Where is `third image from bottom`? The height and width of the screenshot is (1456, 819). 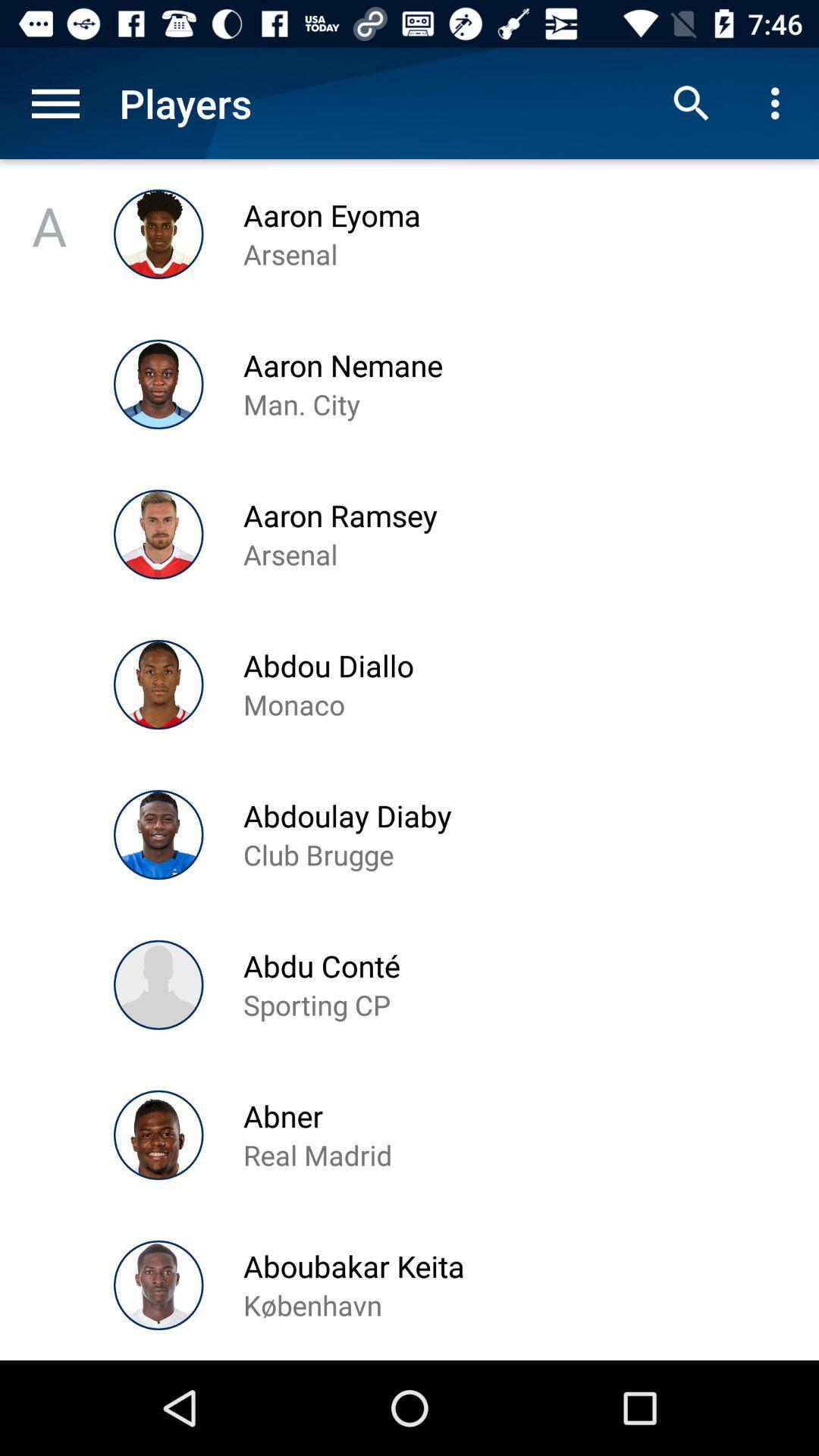 third image from bottom is located at coordinates (158, 985).